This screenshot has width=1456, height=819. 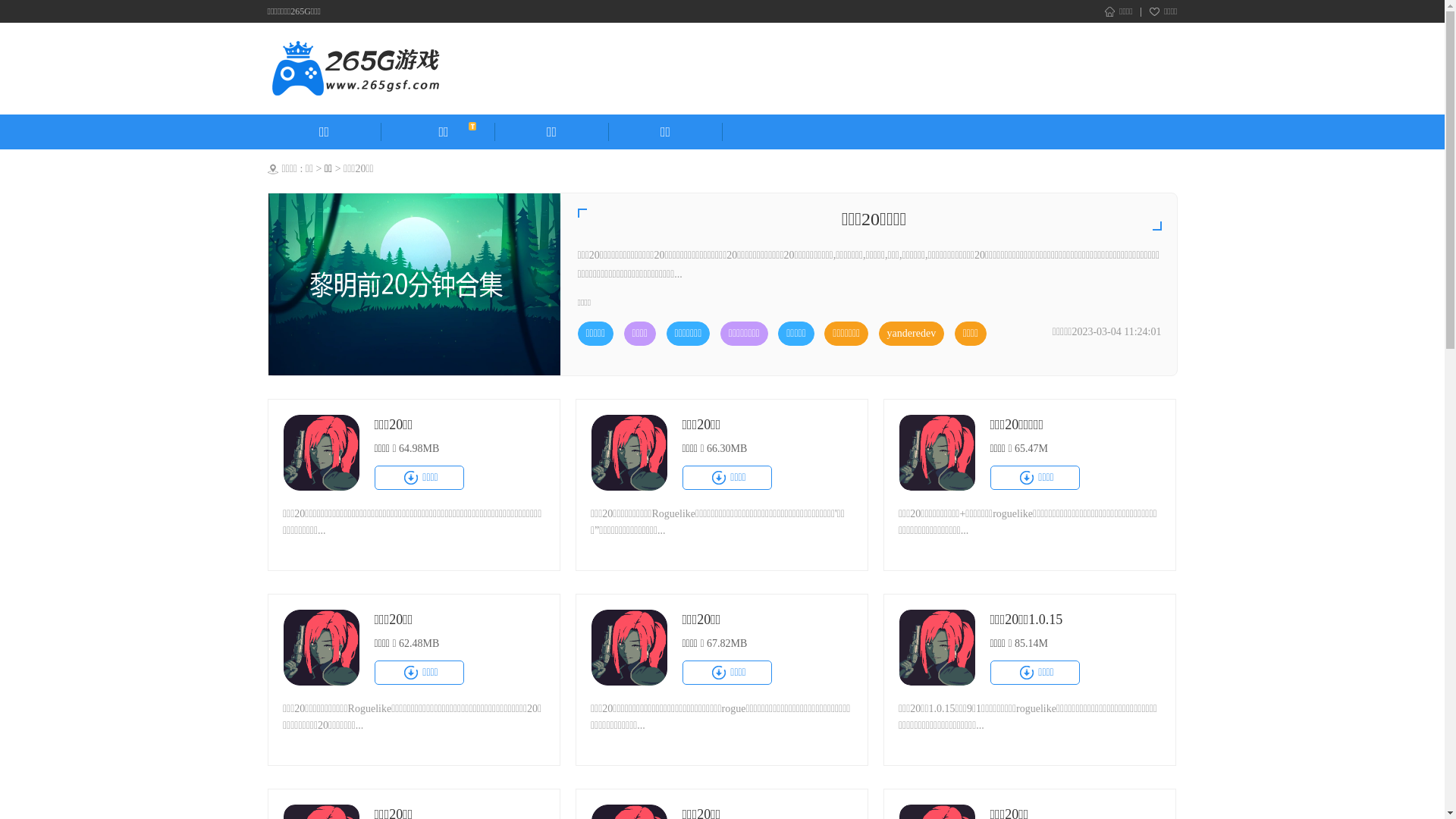 I want to click on 'yanderedev', so click(x=911, y=332).